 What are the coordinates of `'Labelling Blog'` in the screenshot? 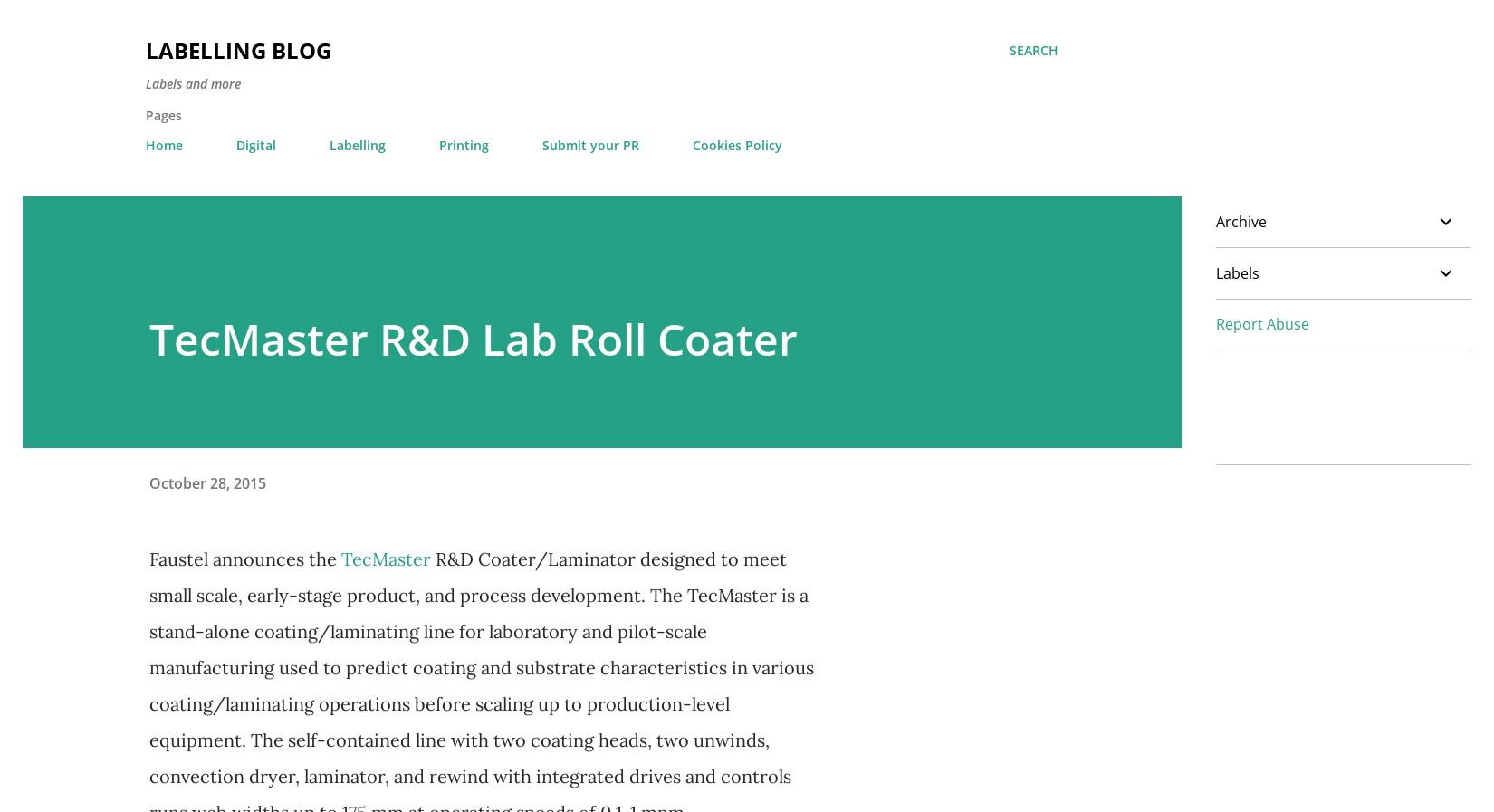 It's located at (238, 49).